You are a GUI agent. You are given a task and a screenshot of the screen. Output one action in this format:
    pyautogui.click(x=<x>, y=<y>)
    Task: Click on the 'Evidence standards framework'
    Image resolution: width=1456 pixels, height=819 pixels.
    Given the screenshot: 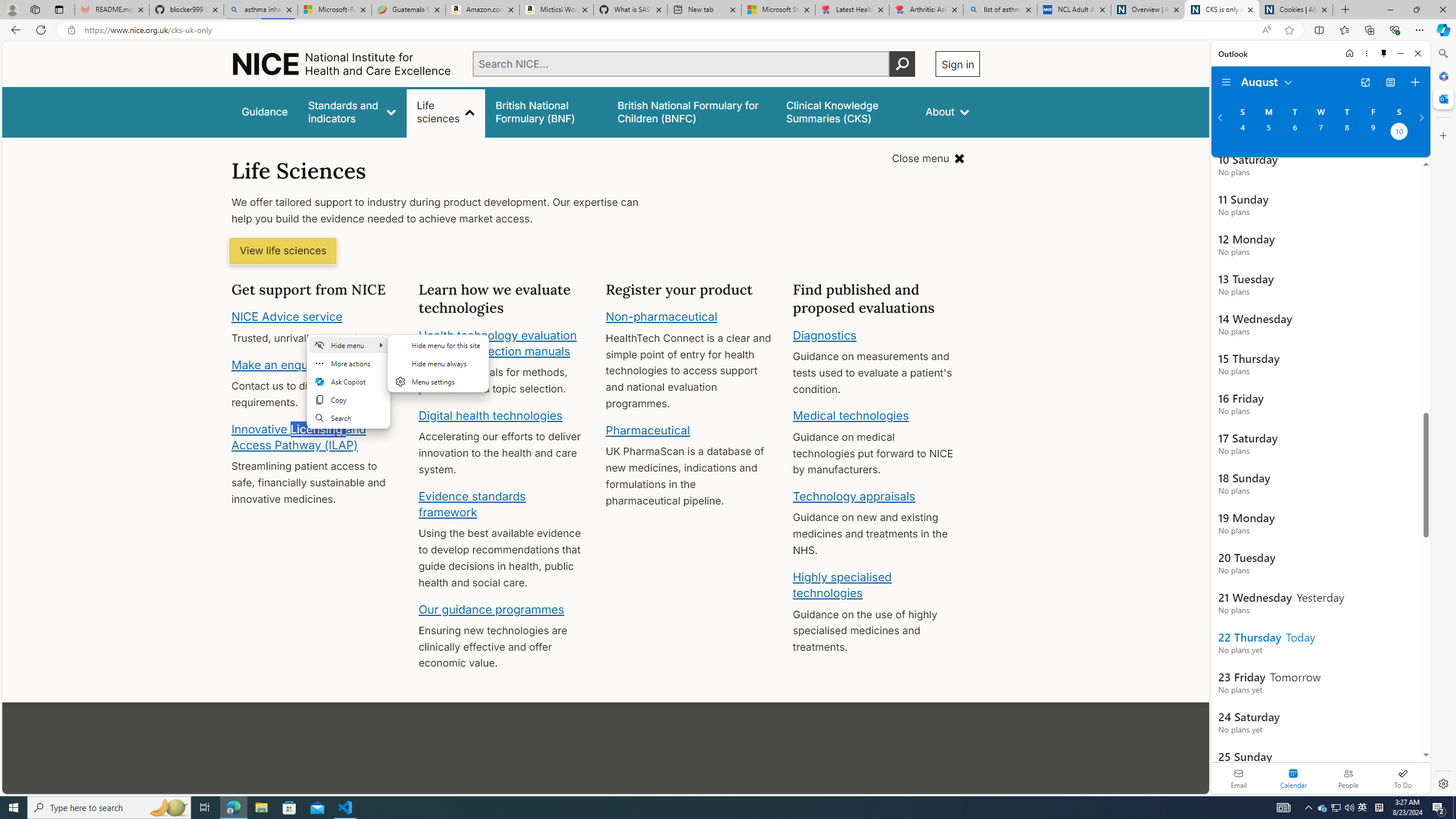 What is the action you would take?
    pyautogui.click(x=471, y=503)
    